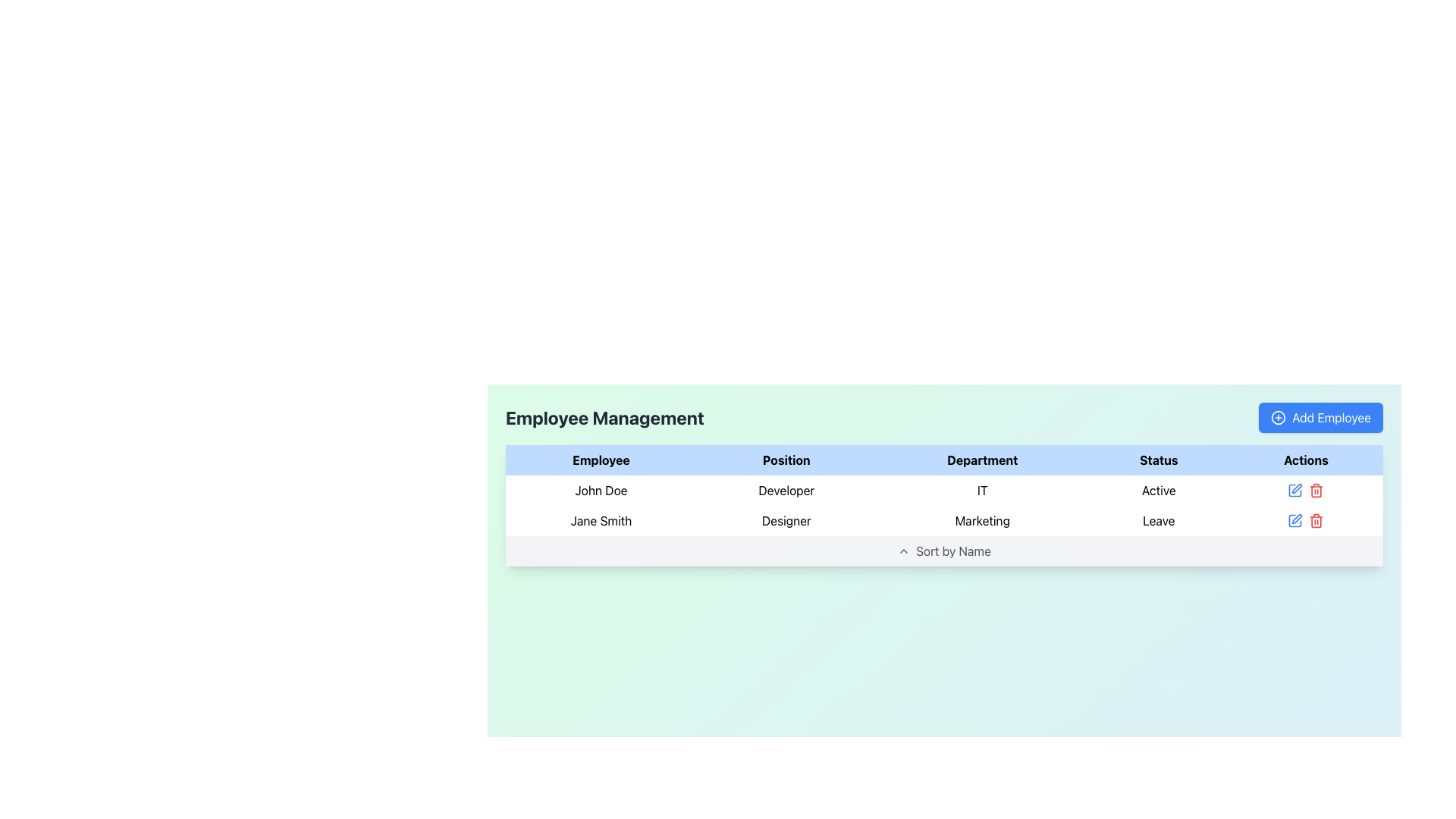  Describe the element at coordinates (943, 551) in the screenshot. I see `the clickable sorting indicator located at the bottom of the employee details table to visualize the hover effect` at that location.